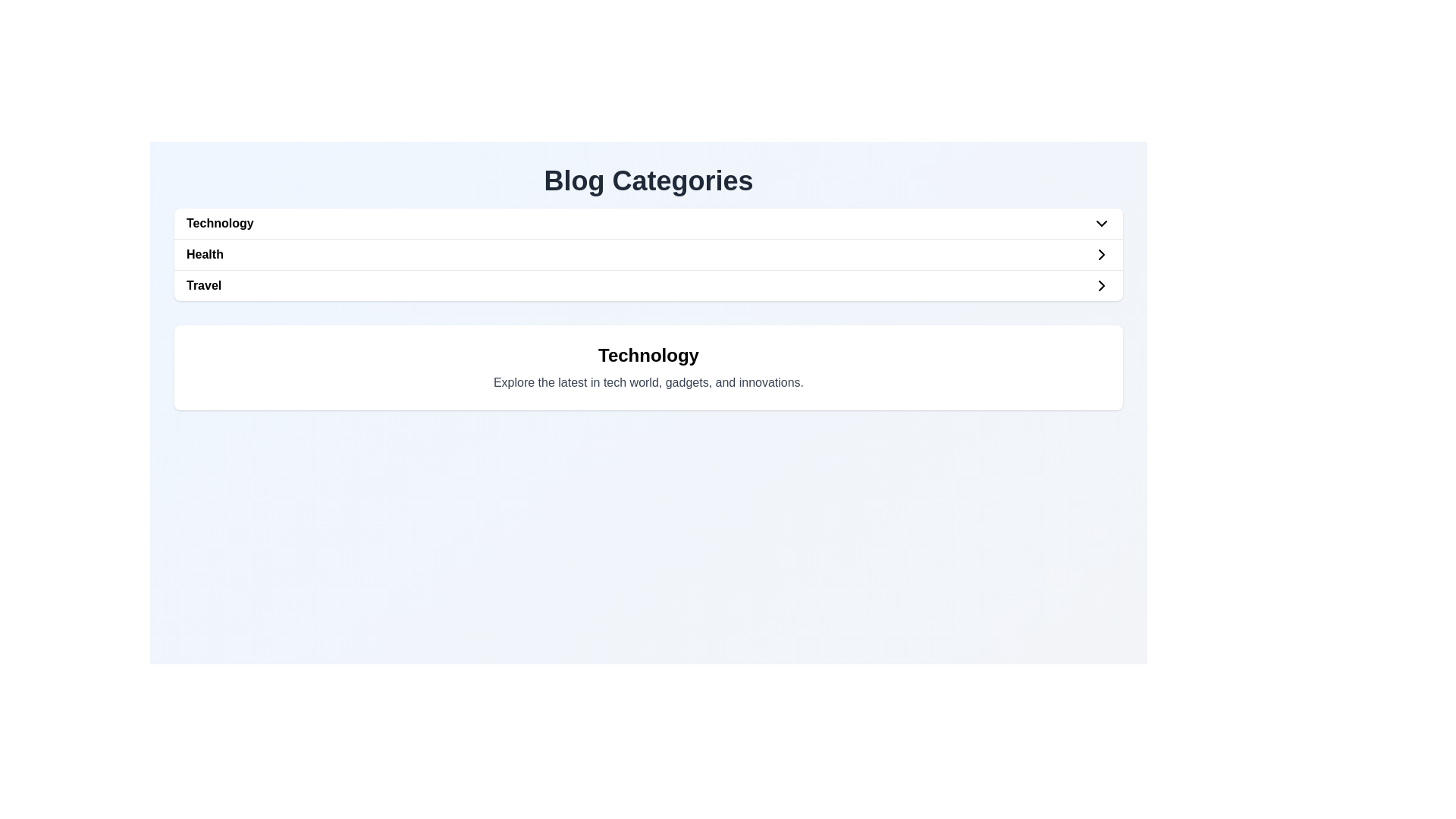  What do you see at coordinates (1102, 286) in the screenshot?
I see `the Chevron icon located at the far right of the 'Travel' section` at bounding box center [1102, 286].